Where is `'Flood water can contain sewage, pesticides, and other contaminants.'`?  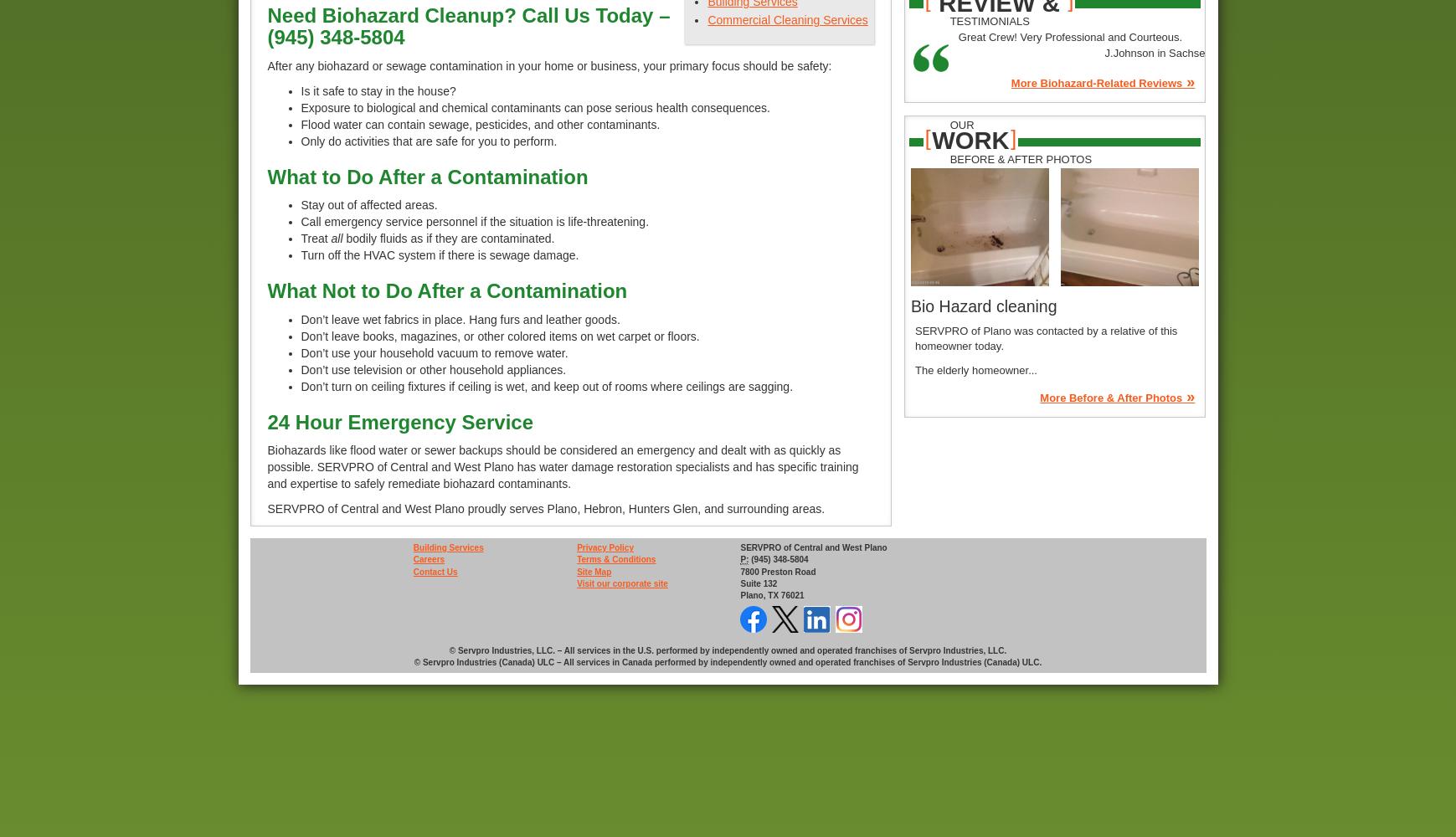
'Flood water can contain sewage, pesticides, and other contaminants.' is located at coordinates (480, 124).